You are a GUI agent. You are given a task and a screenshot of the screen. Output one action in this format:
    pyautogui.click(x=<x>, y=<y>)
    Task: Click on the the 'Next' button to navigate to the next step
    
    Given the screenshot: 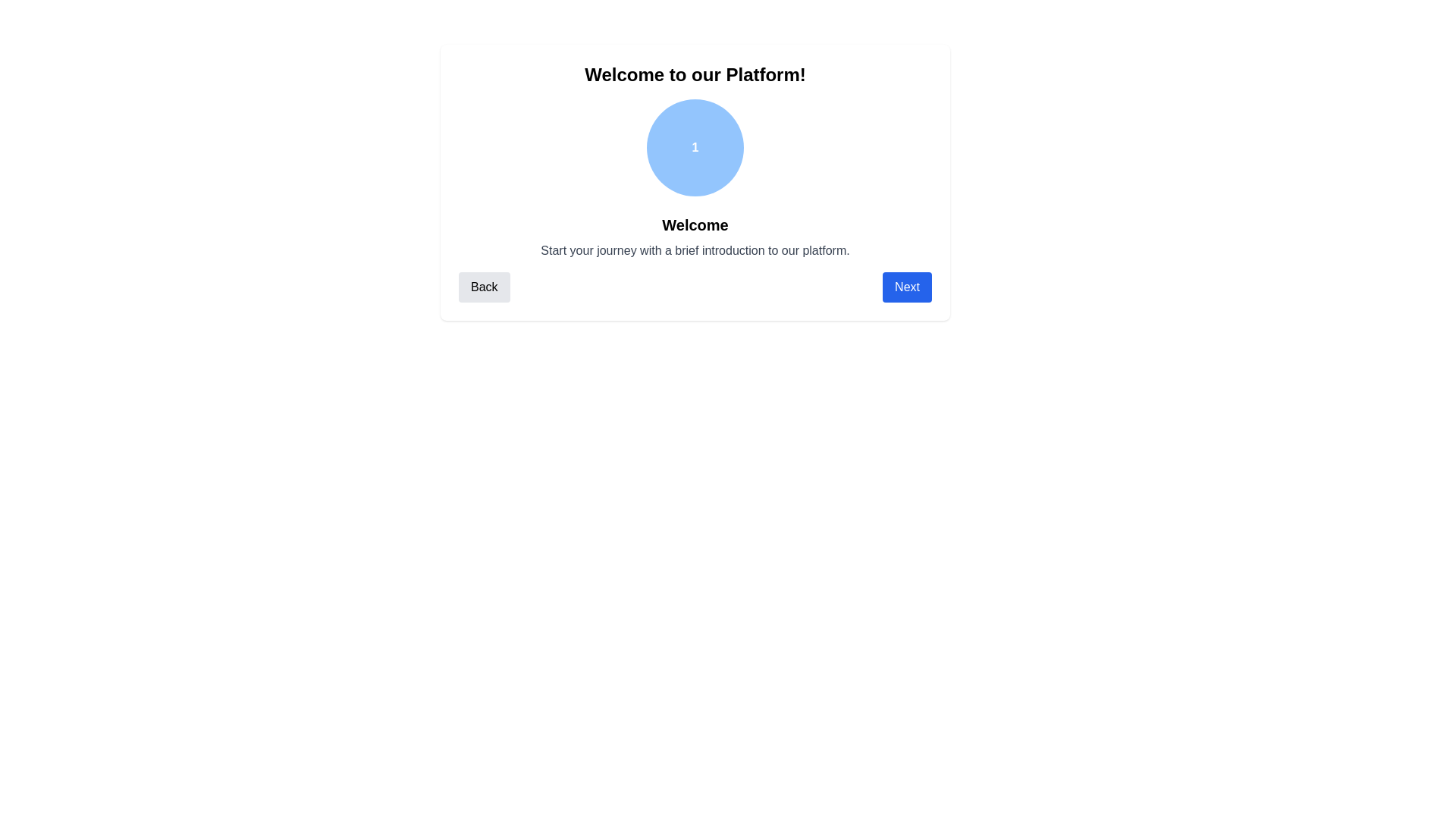 What is the action you would take?
    pyautogui.click(x=907, y=287)
    